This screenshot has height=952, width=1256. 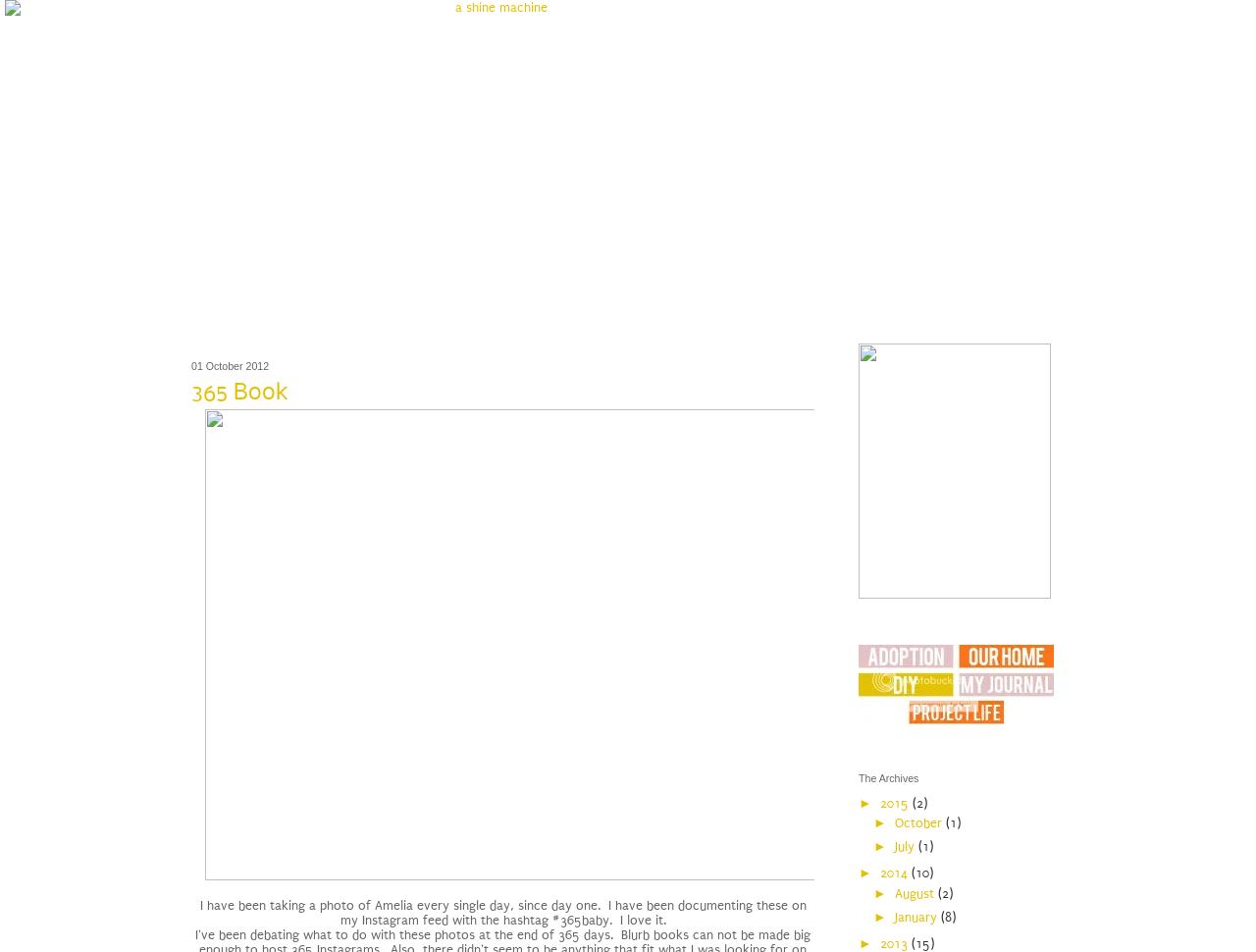 I want to click on 'January', so click(x=892, y=915).